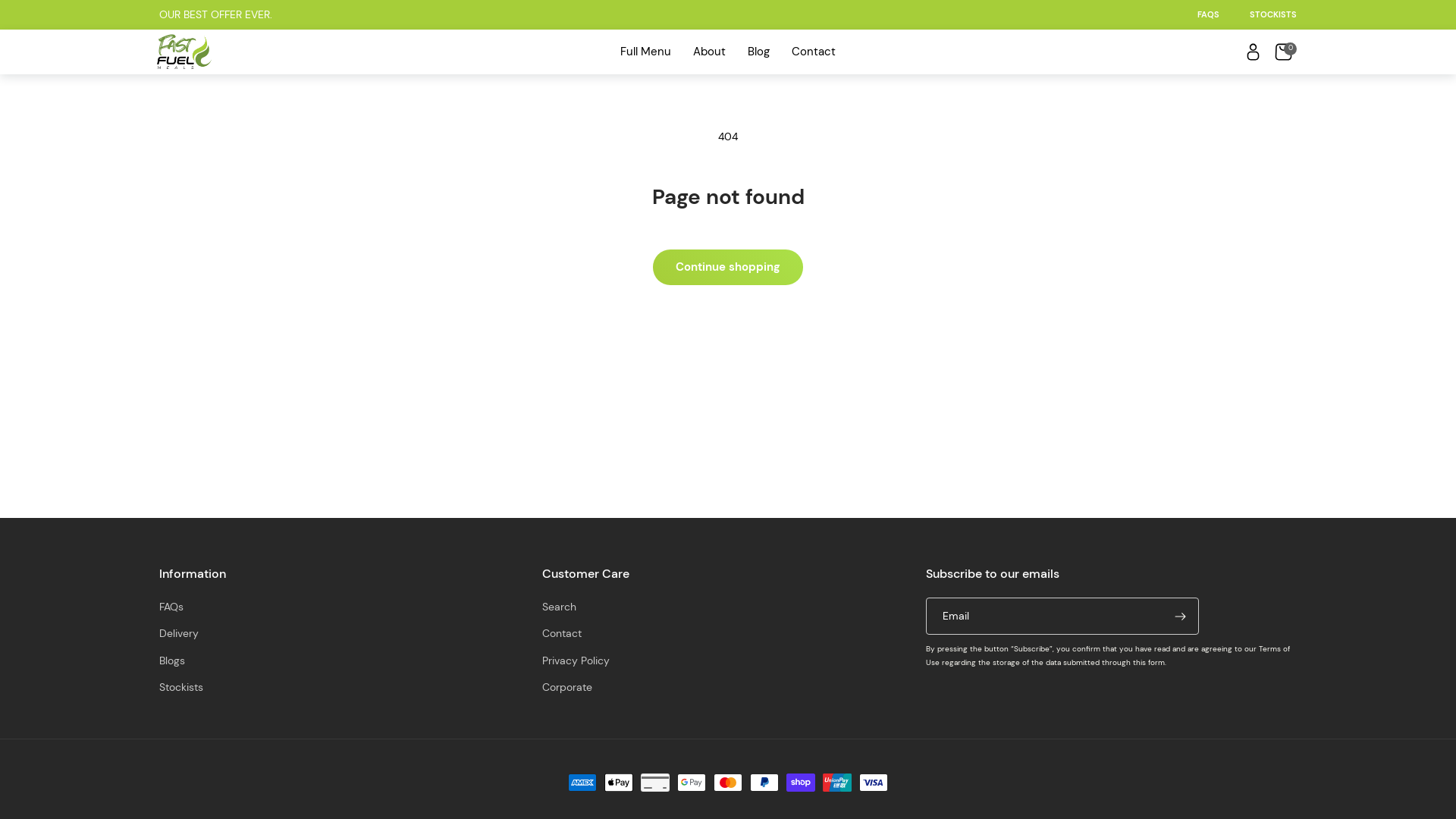 The image size is (1456, 819). Describe the element at coordinates (1207, 14) in the screenshot. I see `'FAQS'` at that location.